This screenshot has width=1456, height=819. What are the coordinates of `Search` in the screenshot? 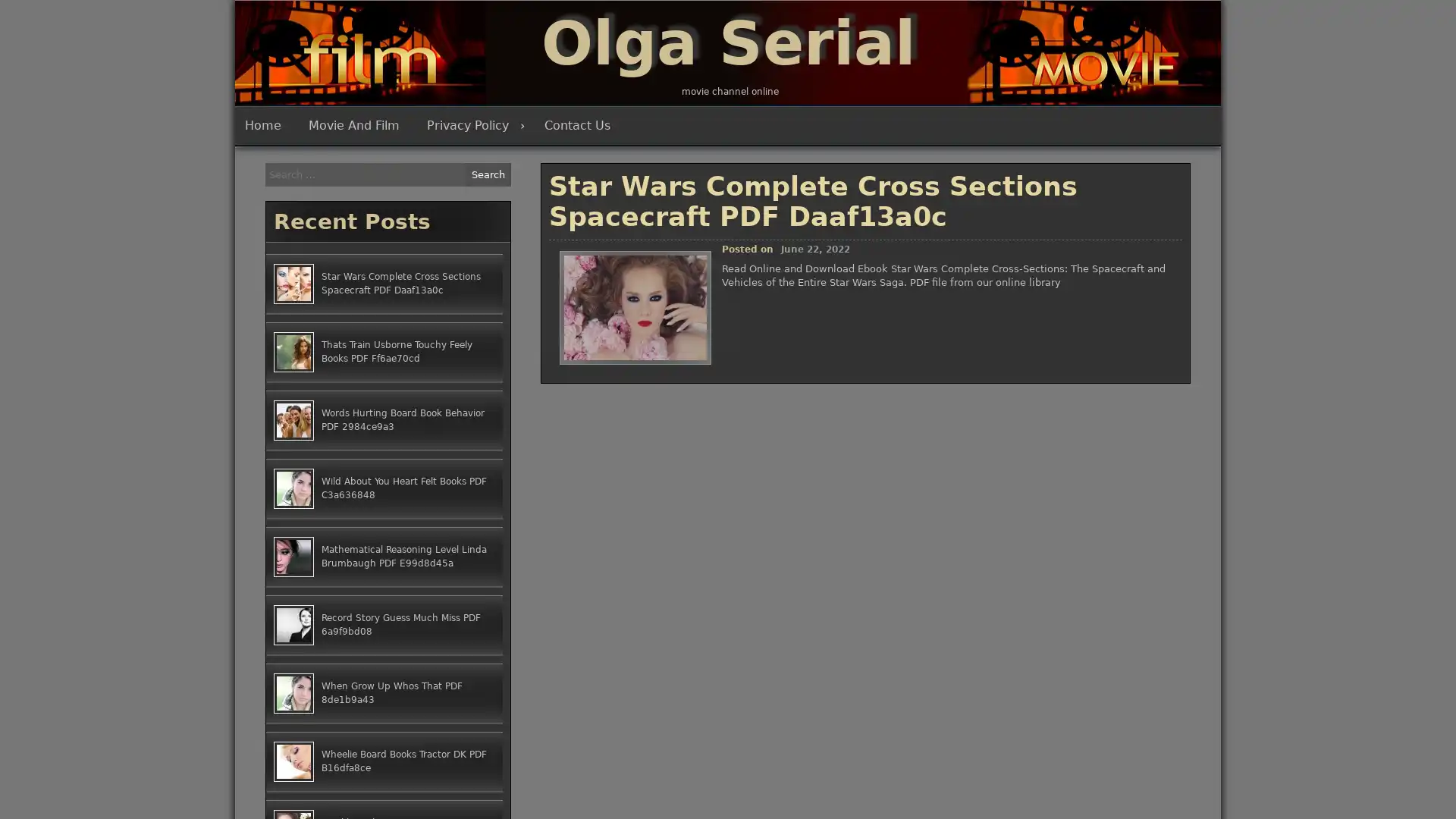 It's located at (488, 174).